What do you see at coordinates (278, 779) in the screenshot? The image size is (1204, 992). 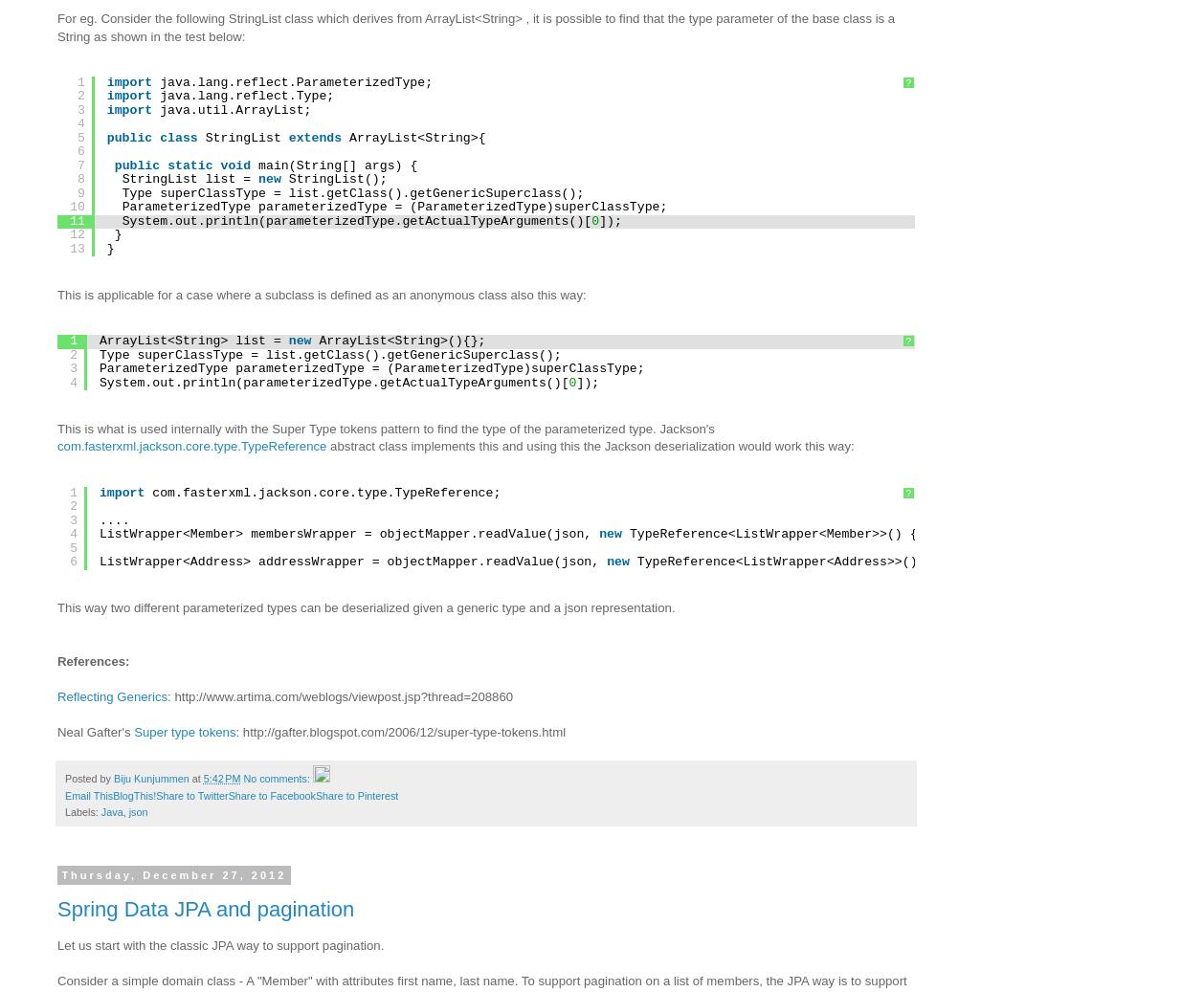 I see `'No comments:'` at bounding box center [278, 779].